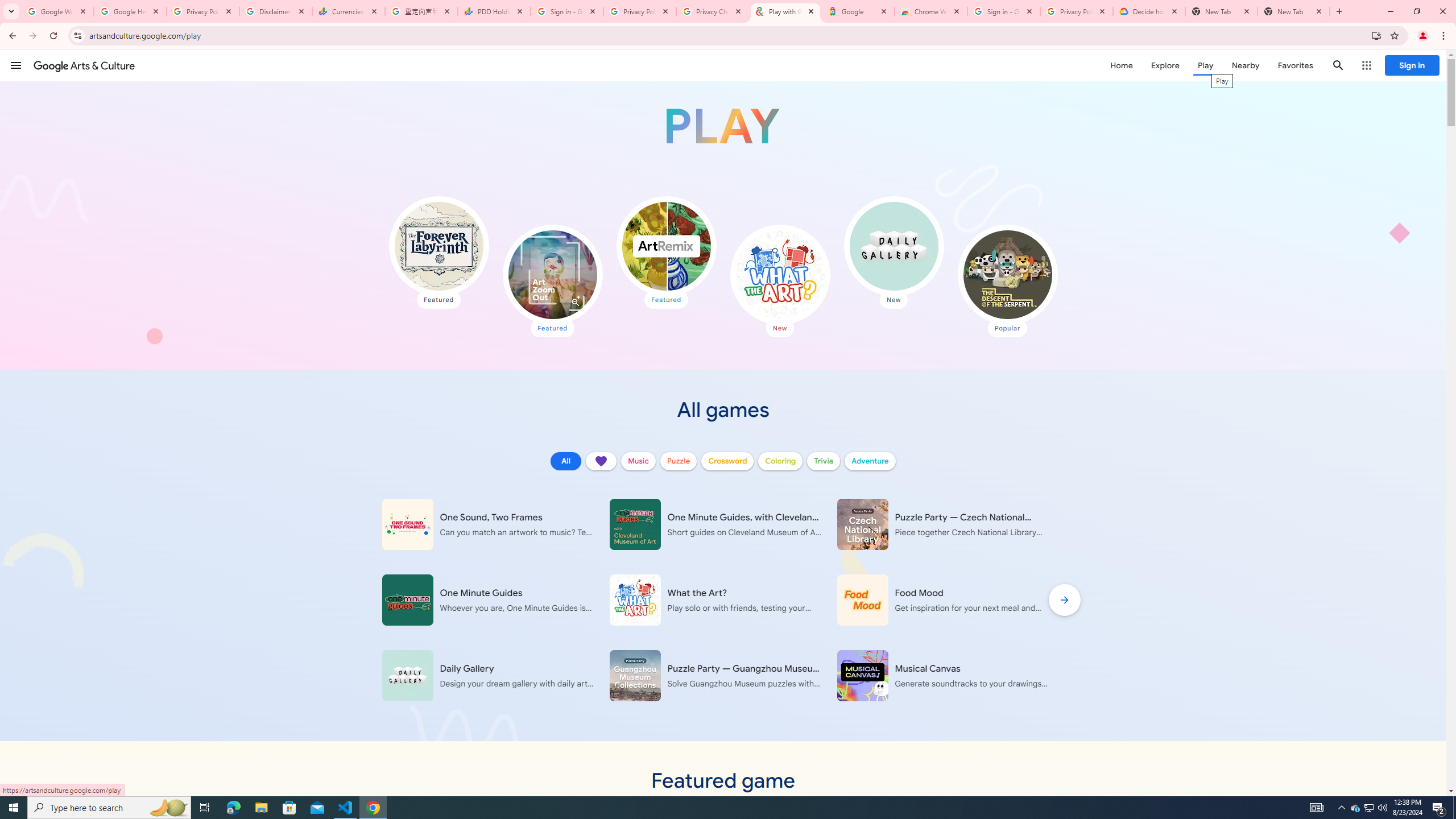 The width and height of the screenshot is (1456, 819). Describe the element at coordinates (57, 11) in the screenshot. I see `'Google Workspace Admin Community'` at that location.